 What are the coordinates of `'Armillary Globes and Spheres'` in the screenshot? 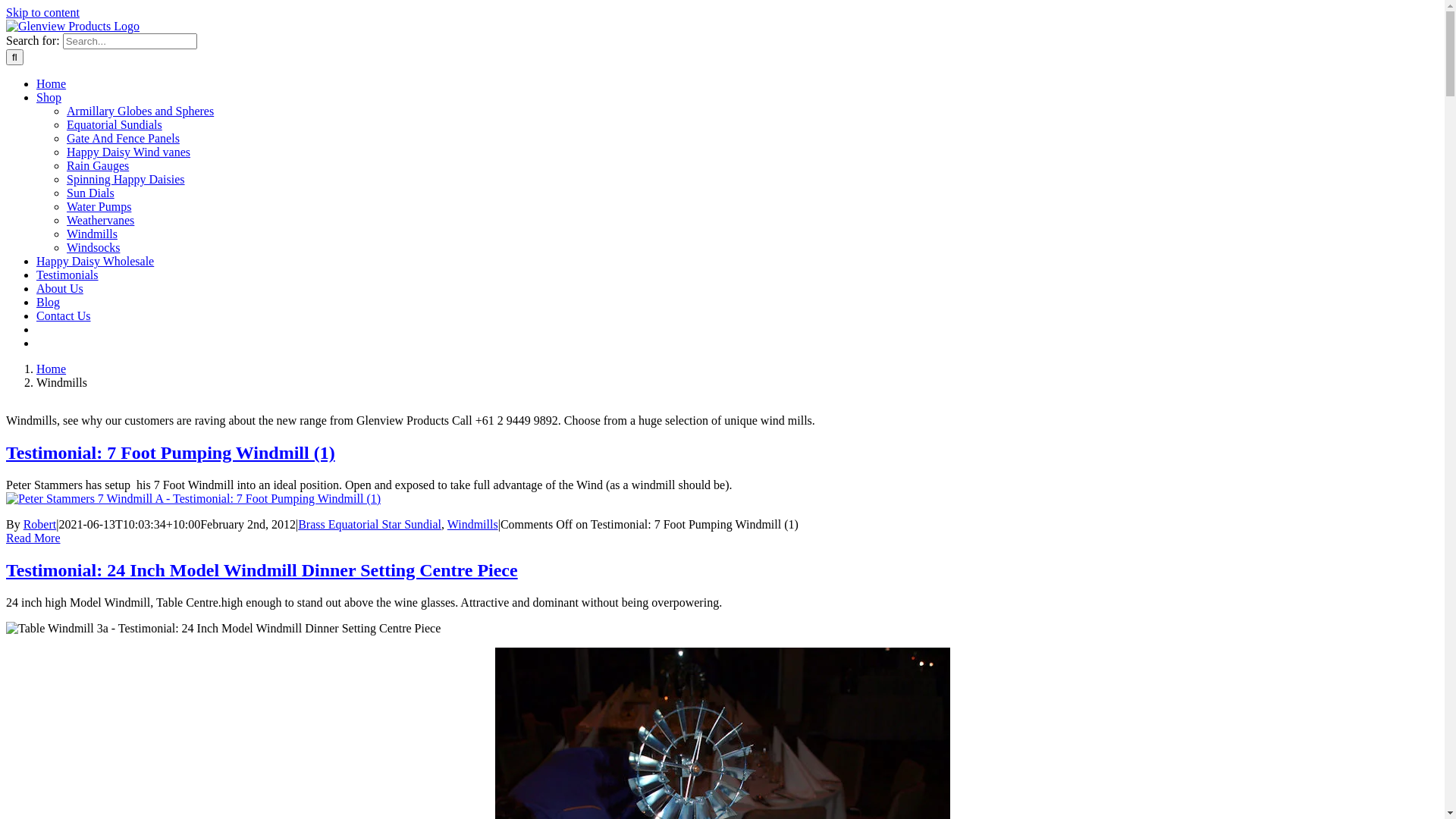 It's located at (140, 110).